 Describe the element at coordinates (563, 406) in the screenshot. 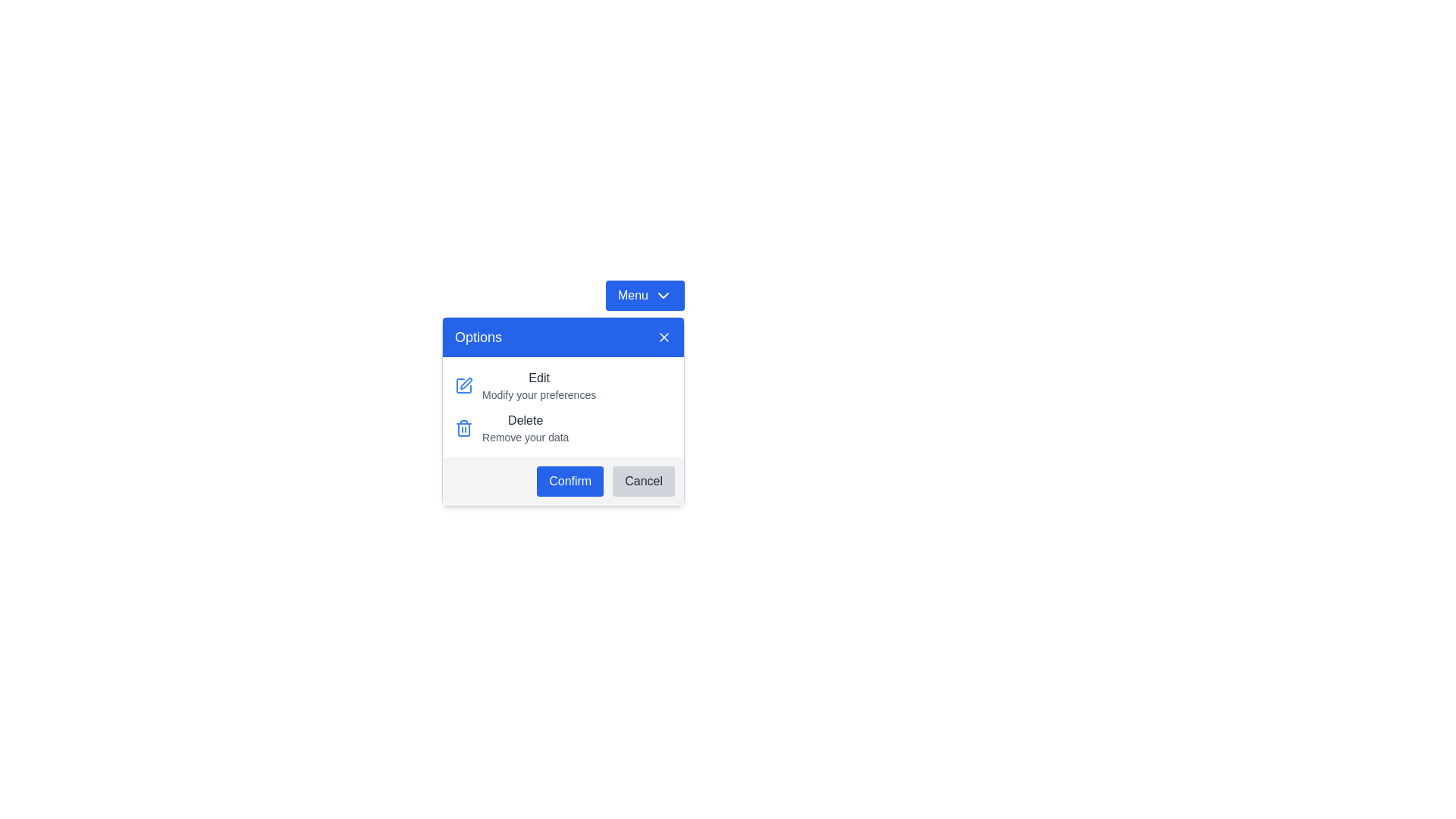

I see `the 'Delete' option in the Interactive options list, which is located in the modal under the header 'Options'` at that location.